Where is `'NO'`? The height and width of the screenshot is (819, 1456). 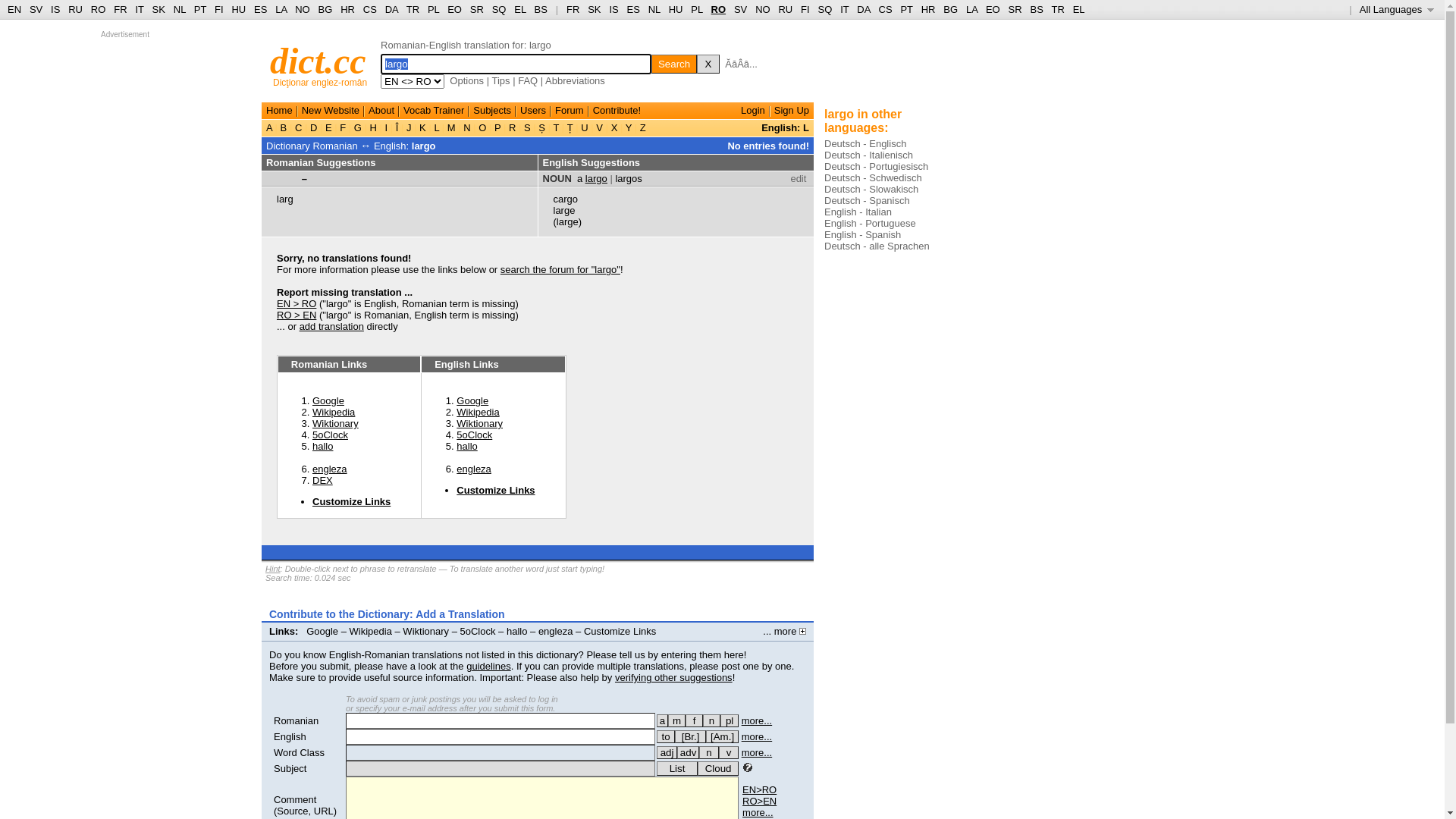
'NO' is located at coordinates (763, 9).